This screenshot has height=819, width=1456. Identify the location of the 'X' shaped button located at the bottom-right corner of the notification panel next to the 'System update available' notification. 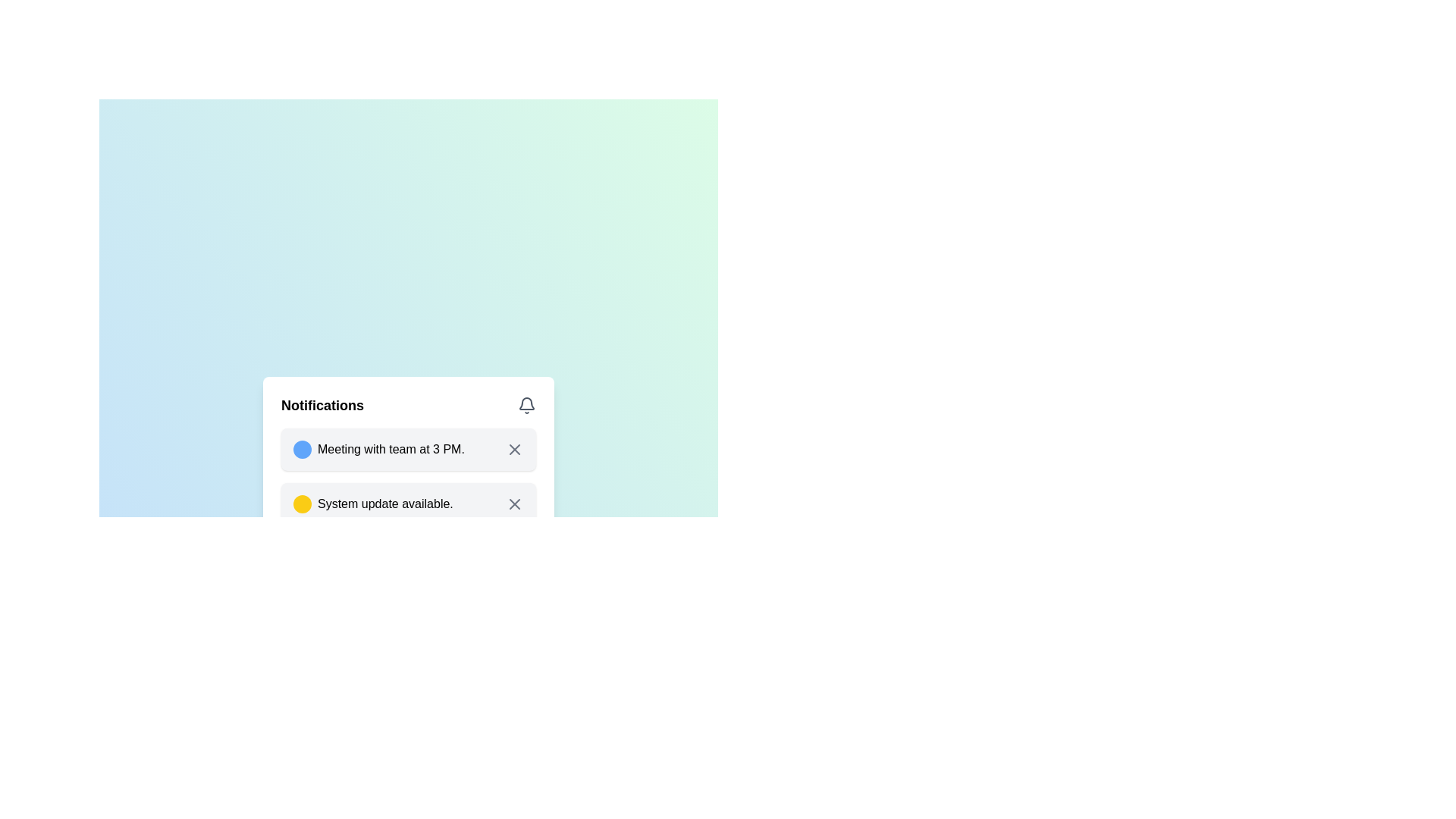
(514, 504).